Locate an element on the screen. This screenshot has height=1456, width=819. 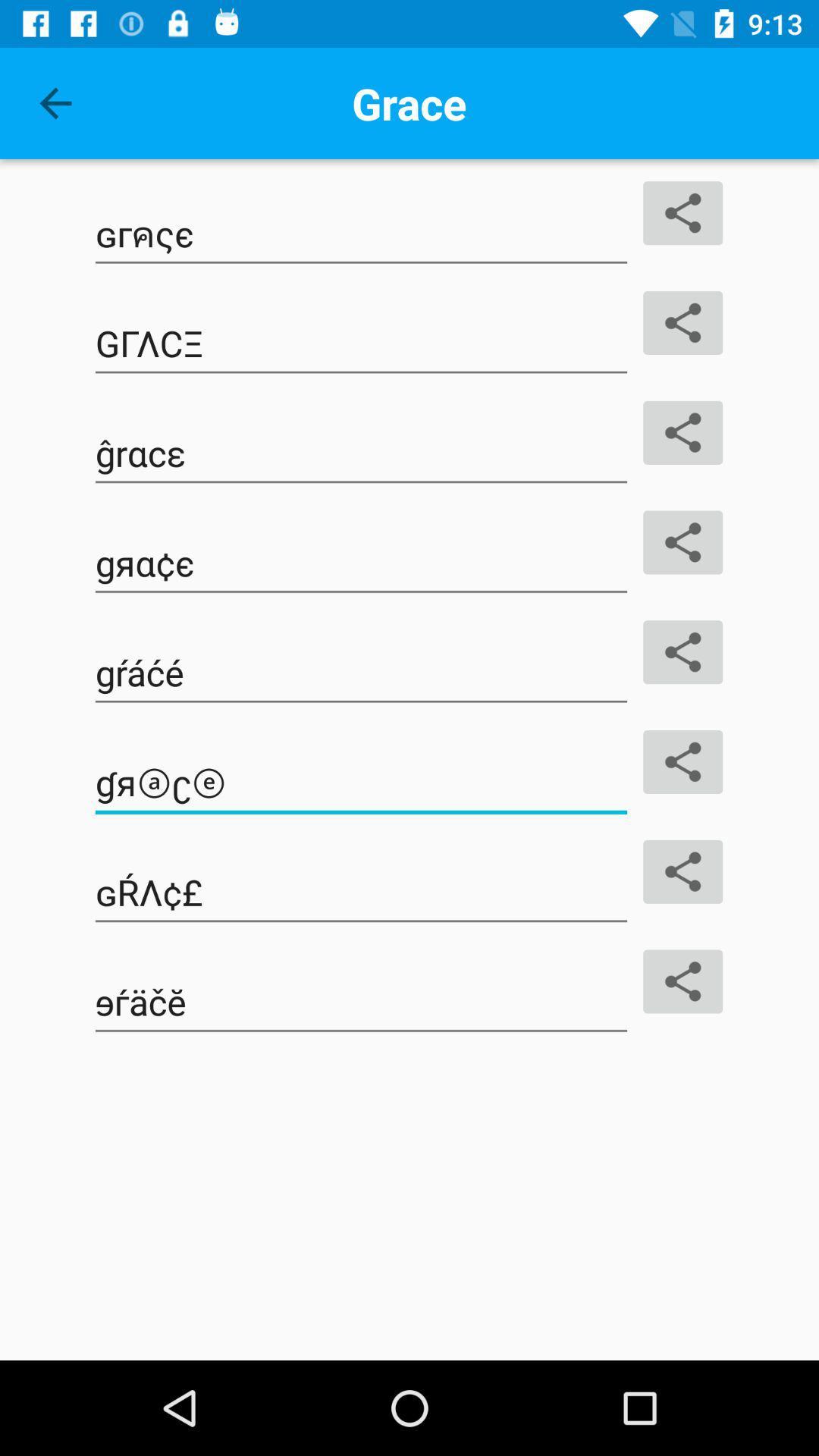
the share icon is located at coordinates (682, 871).